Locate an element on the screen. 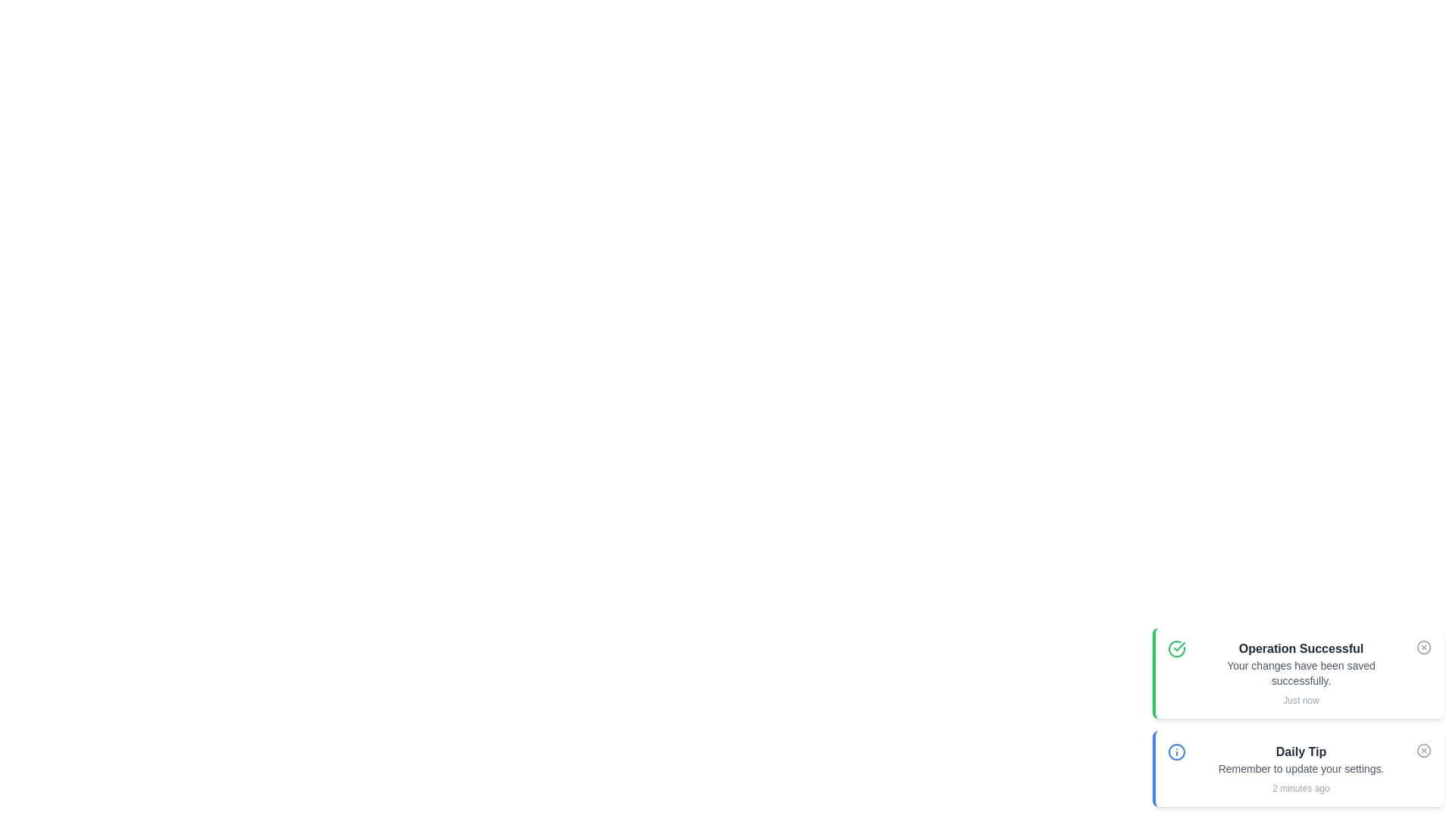 Image resolution: width=1456 pixels, height=819 pixels. the small circular icon with a blue outline and an exclamation mark inside, located in the top-left area of the 'Daily Tip' notification card is located at coordinates (1175, 752).